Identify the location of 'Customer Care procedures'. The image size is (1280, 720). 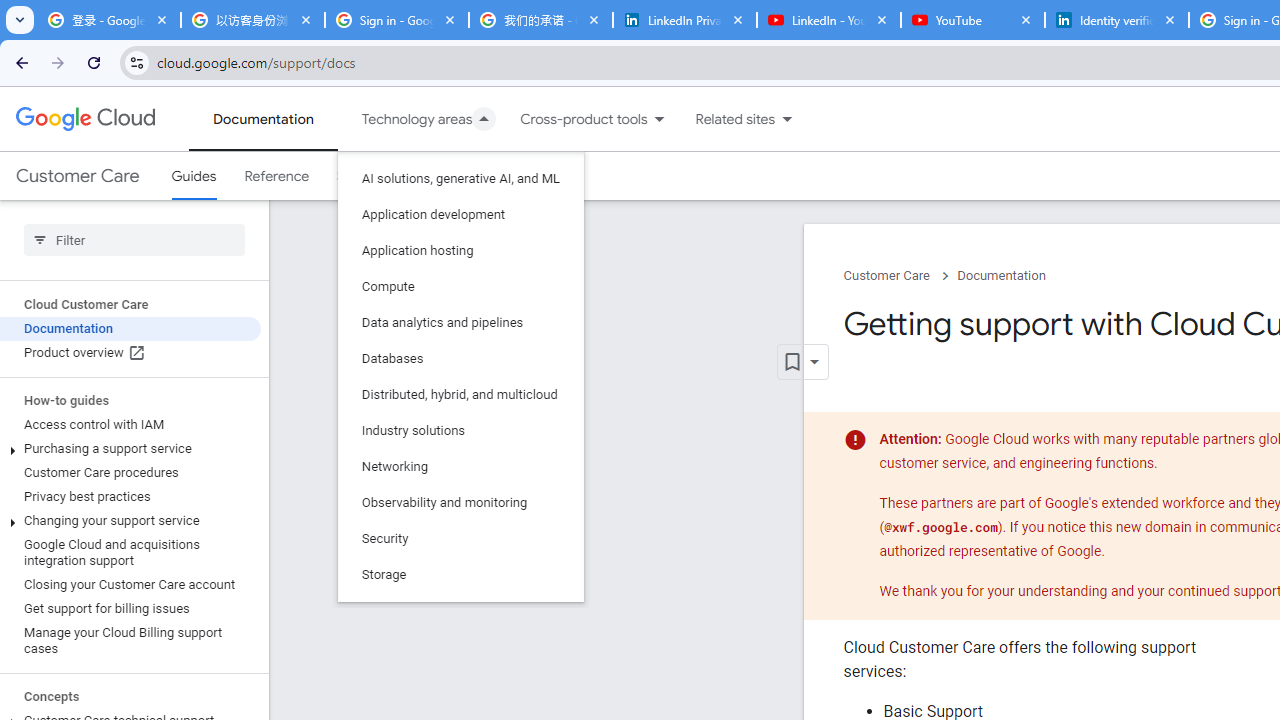
(129, 473).